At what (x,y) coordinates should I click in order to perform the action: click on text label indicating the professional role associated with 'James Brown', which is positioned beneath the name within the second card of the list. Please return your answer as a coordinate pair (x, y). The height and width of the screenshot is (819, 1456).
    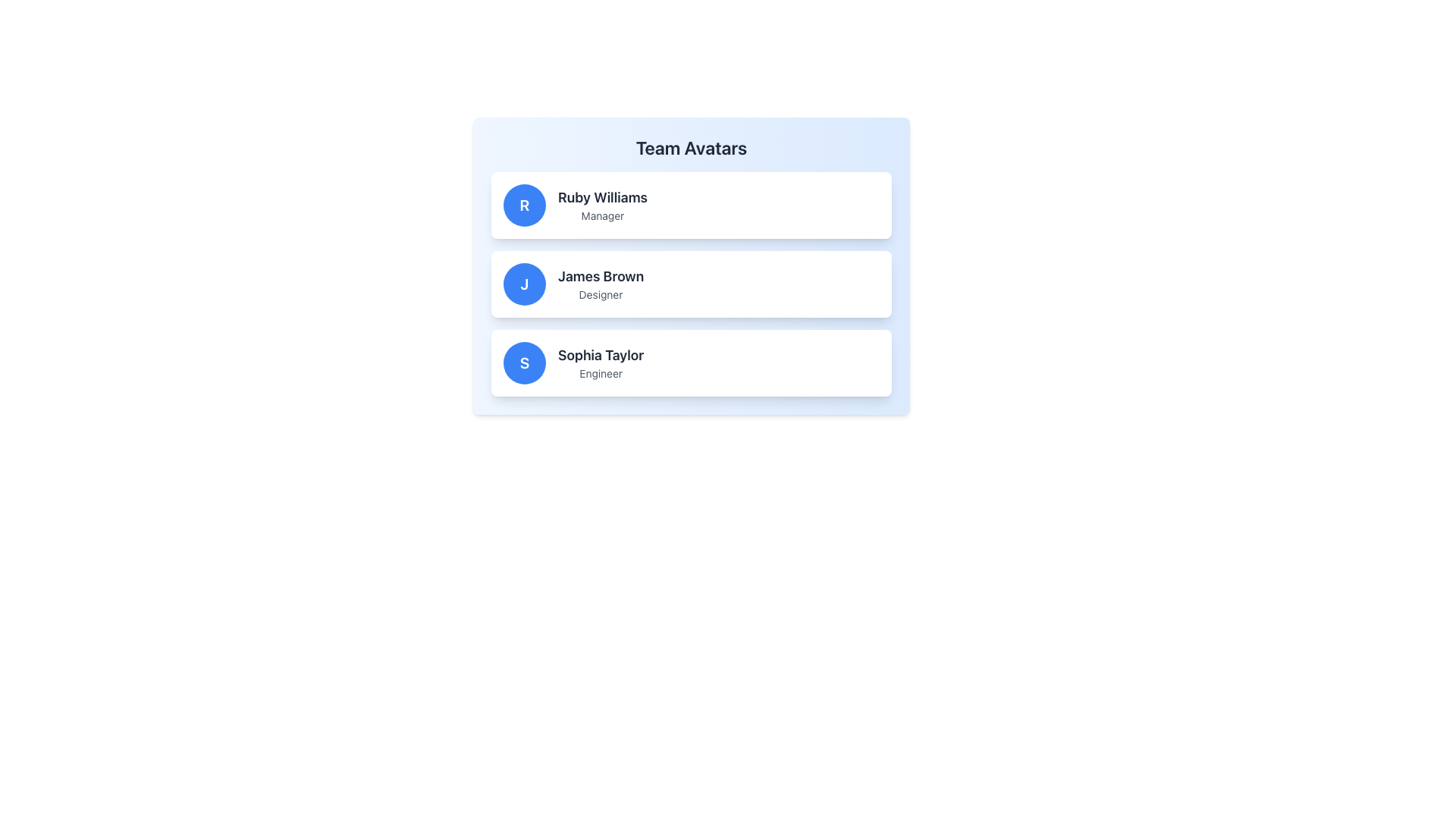
    Looking at the image, I should click on (600, 295).